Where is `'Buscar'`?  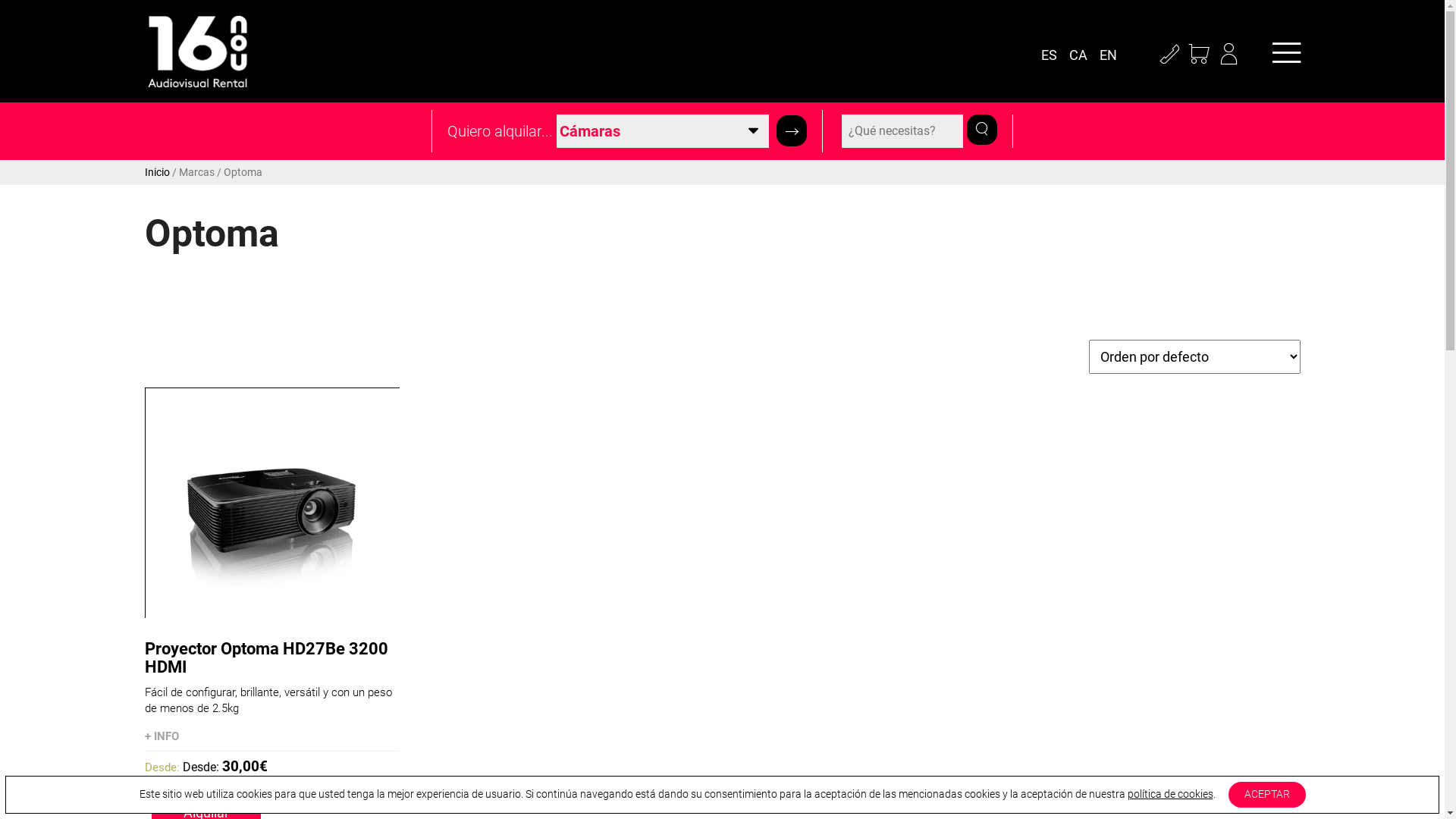 'Buscar' is located at coordinates (982, 127).